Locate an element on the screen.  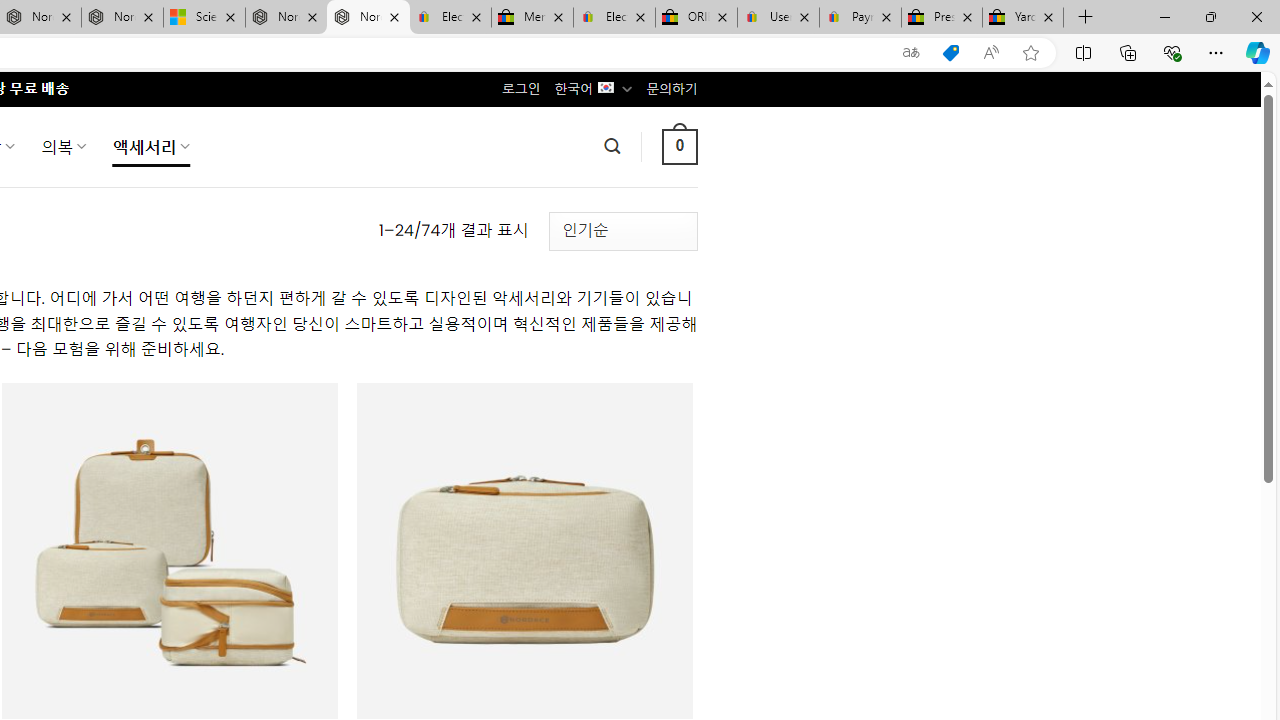
'  0  ' is located at coordinates (679, 145).